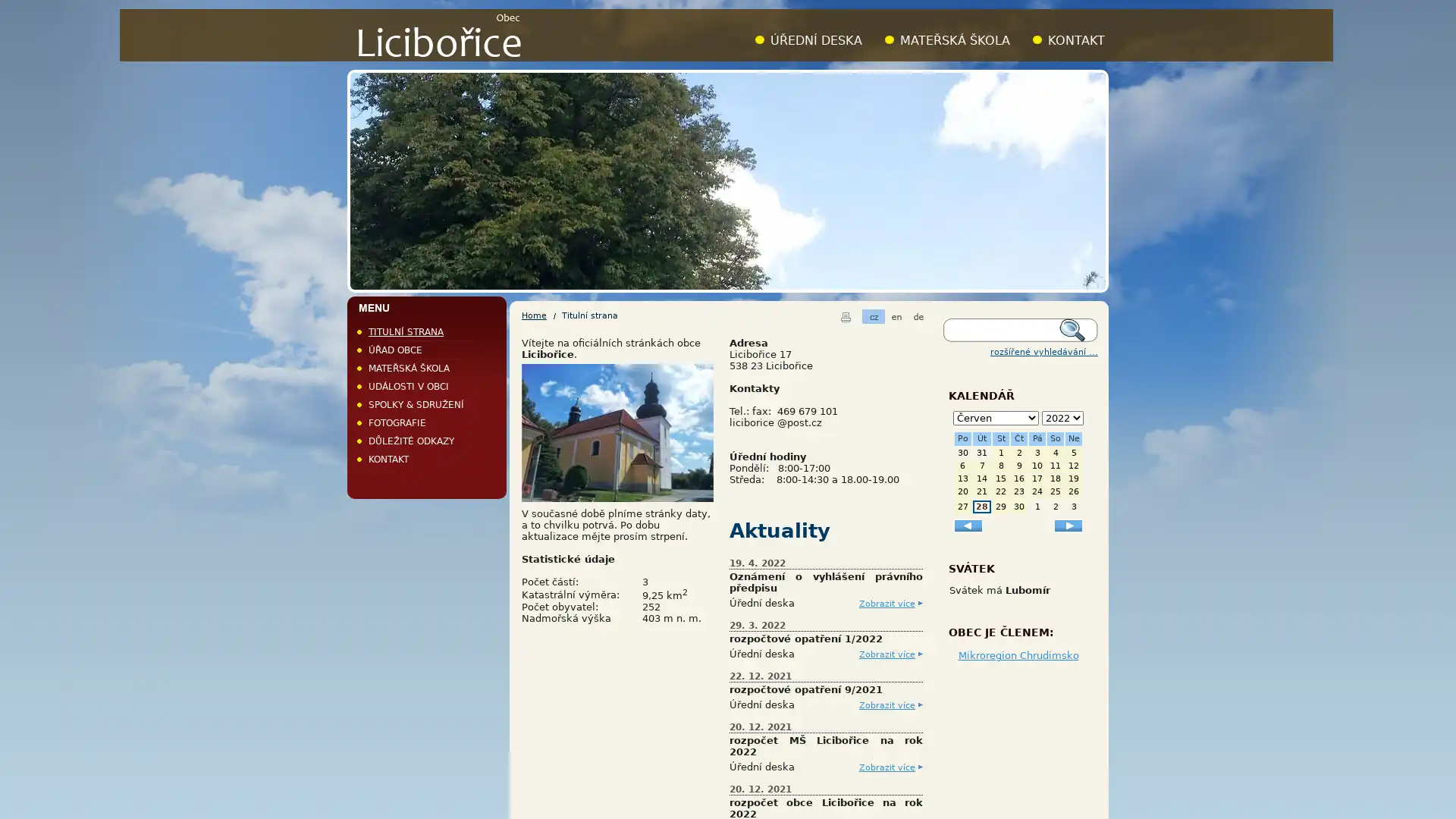  I want to click on Hledat, so click(1076, 329).